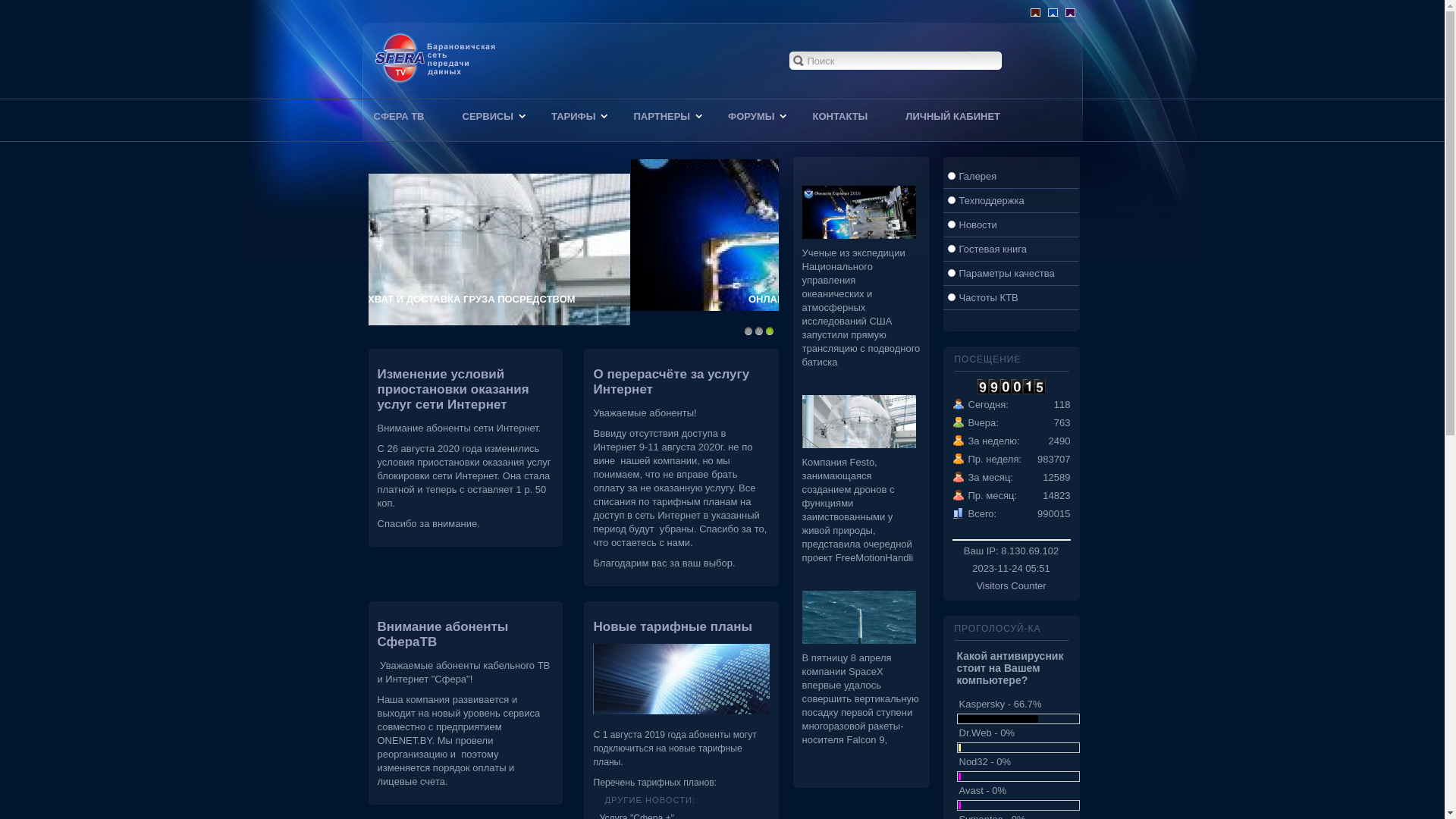  Describe the element at coordinates (758, 329) in the screenshot. I see `'2'` at that location.